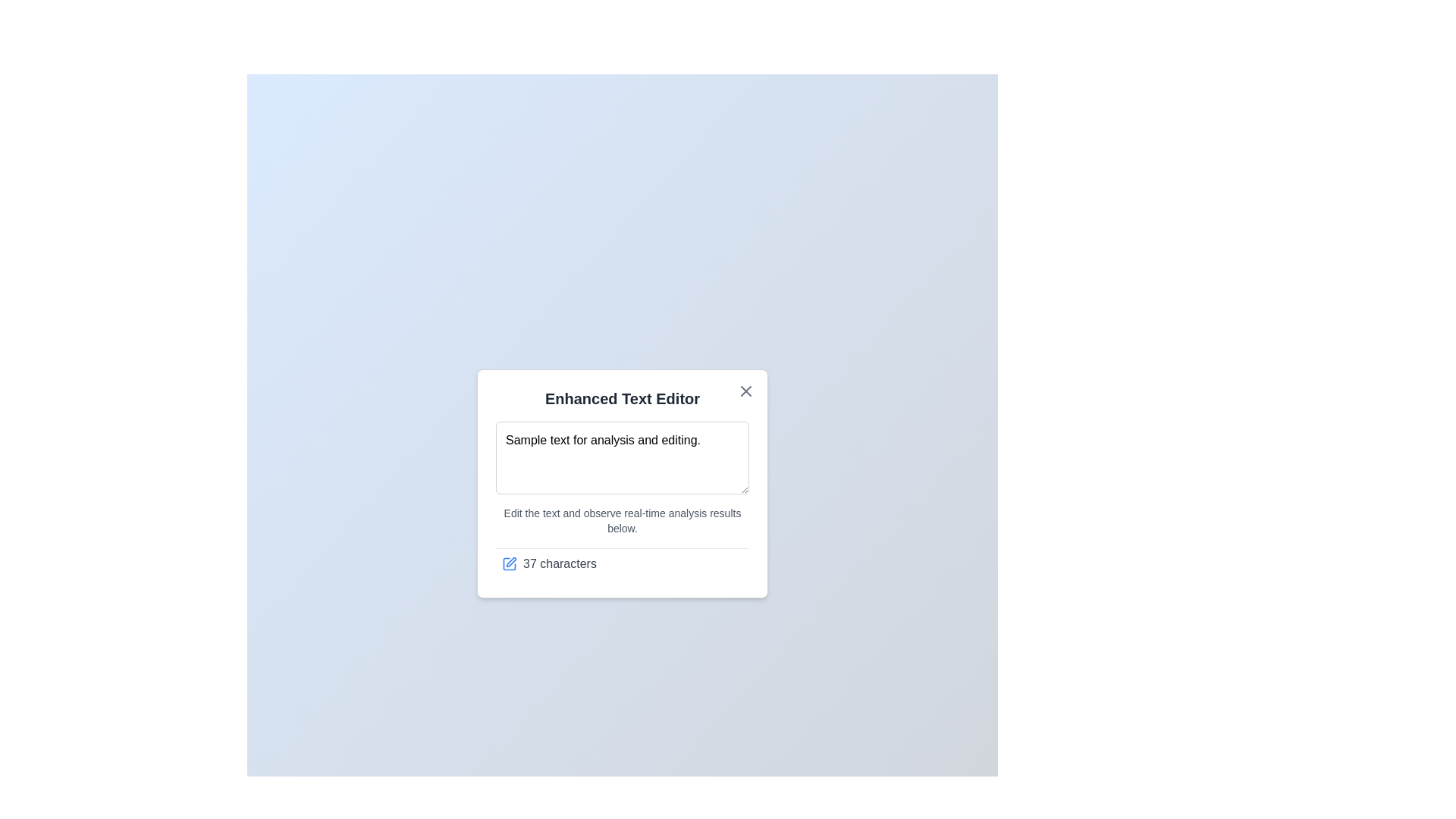  I want to click on the textarea to focus and enable text editing, so click(622, 457).